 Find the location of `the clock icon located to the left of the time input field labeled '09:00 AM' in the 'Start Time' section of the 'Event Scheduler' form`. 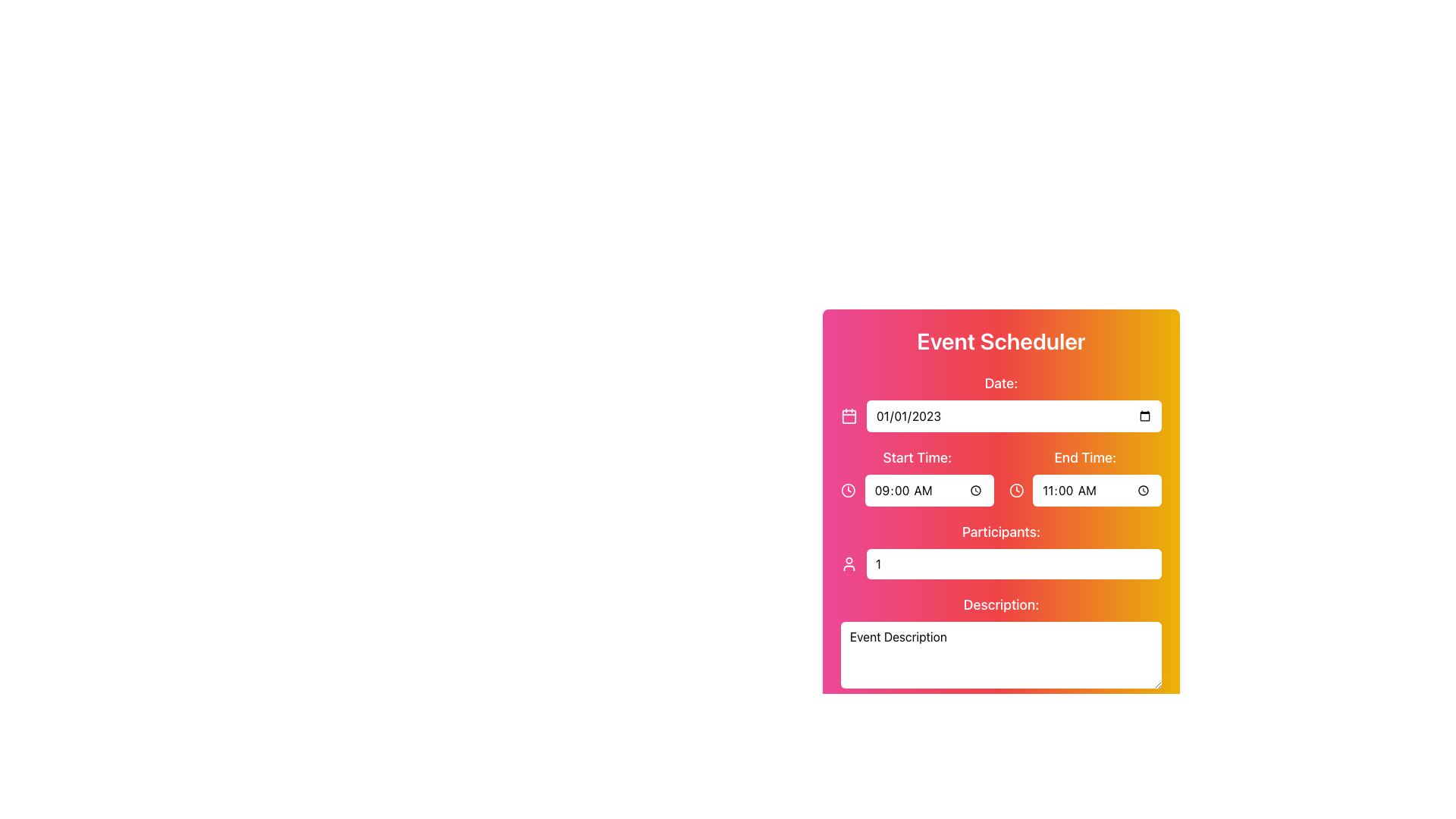

the clock icon located to the left of the time input field labeled '09:00 AM' in the 'Start Time' section of the 'Event Scheduler' form is located at coordinates (847, 491).